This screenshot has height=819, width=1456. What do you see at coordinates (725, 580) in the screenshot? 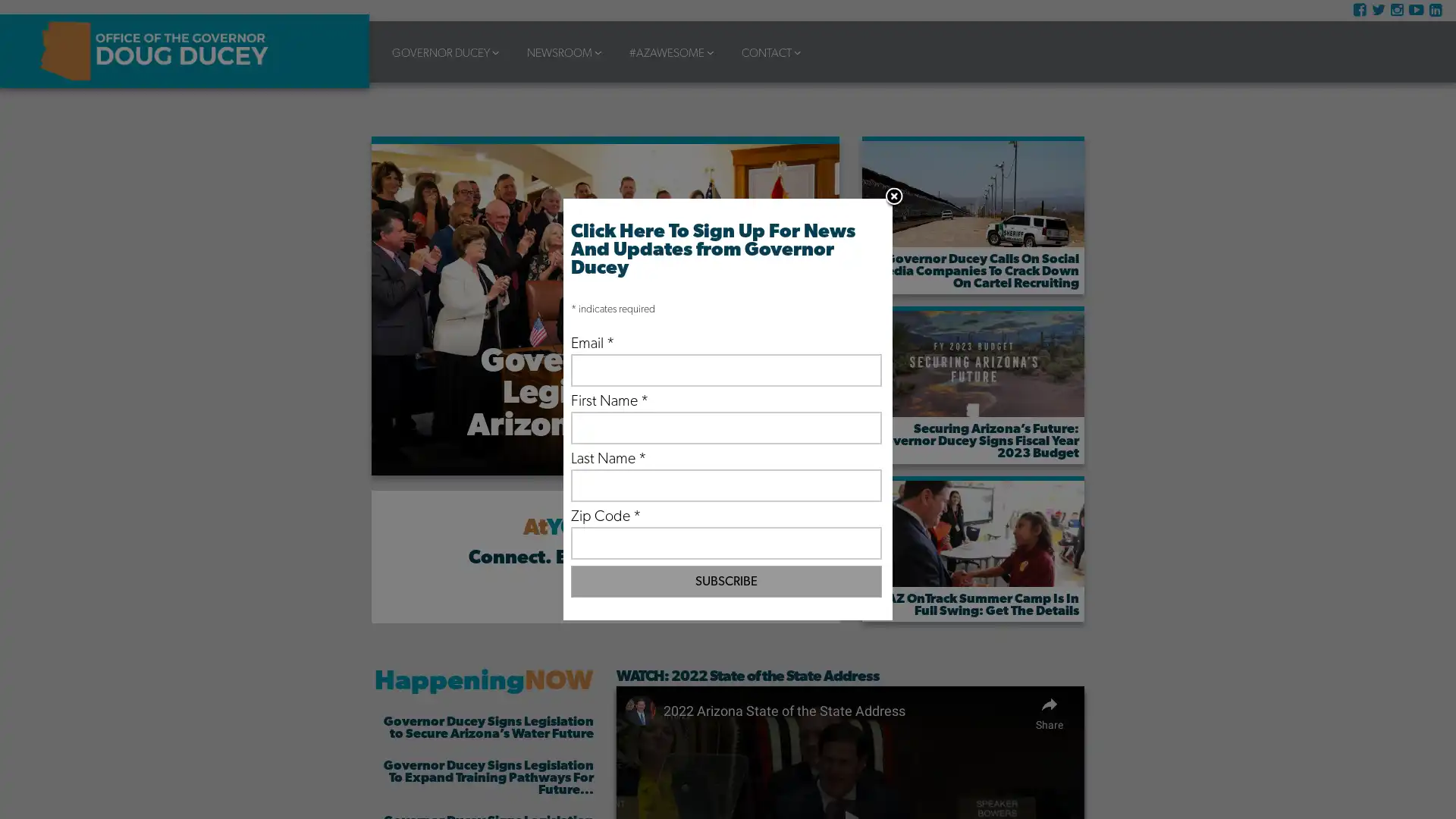
I see `Subscribe` at bounding box center [725, 580].